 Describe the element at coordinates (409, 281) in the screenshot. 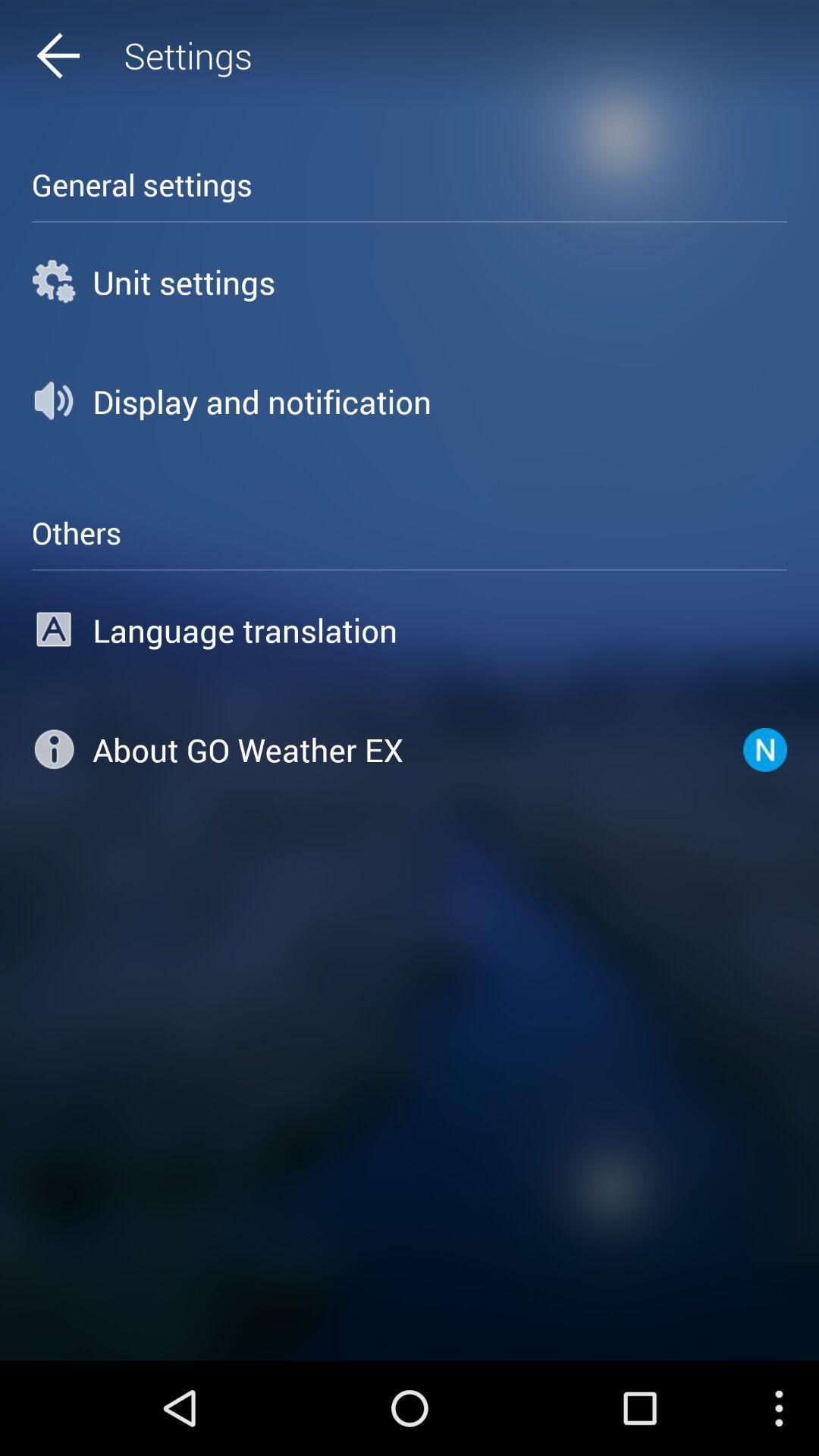

I see `item above display and notification` at that location.